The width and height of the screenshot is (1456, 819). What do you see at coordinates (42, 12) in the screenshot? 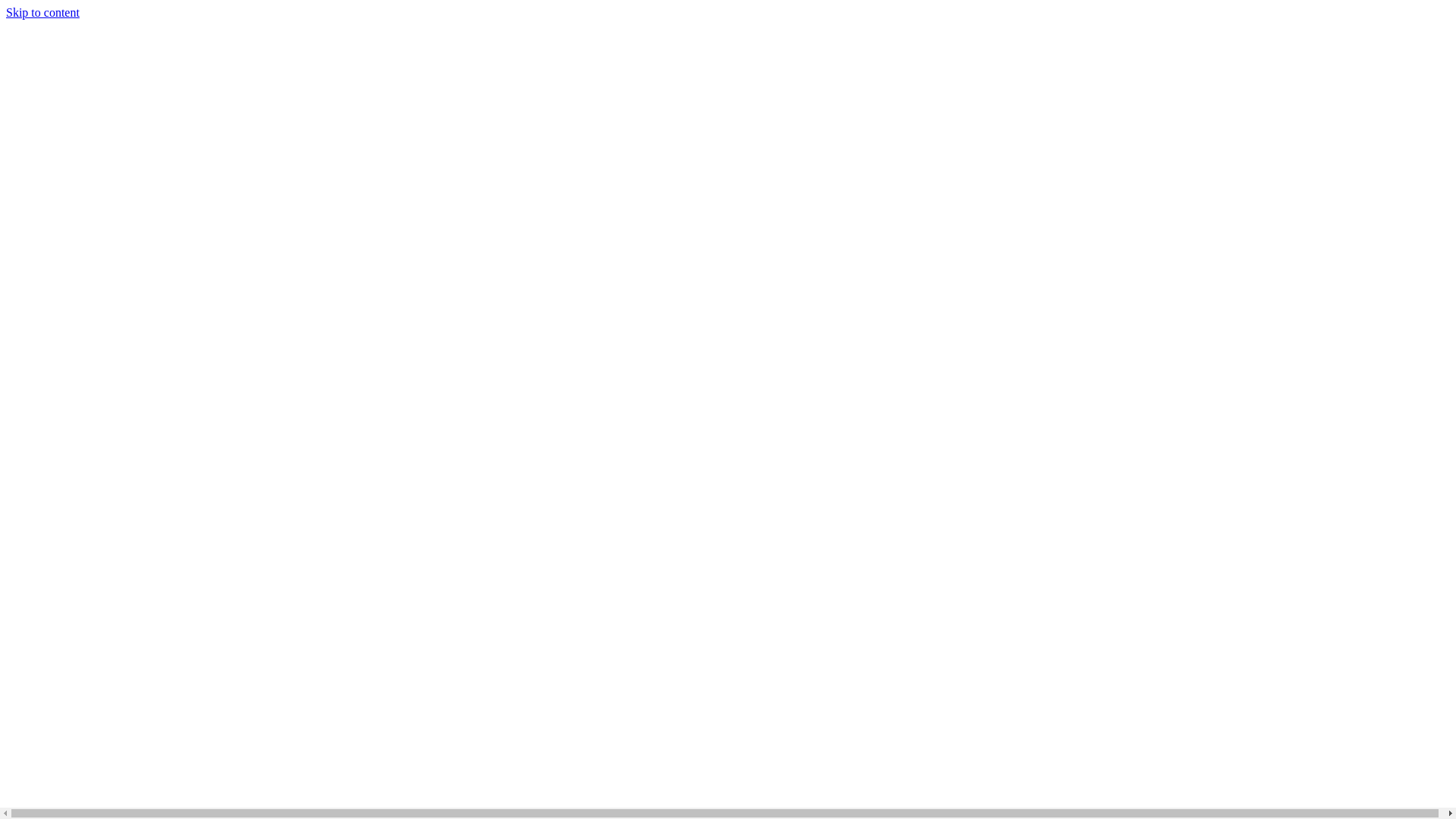
I see `'Skip to content'` at bounding box center [42, 12].